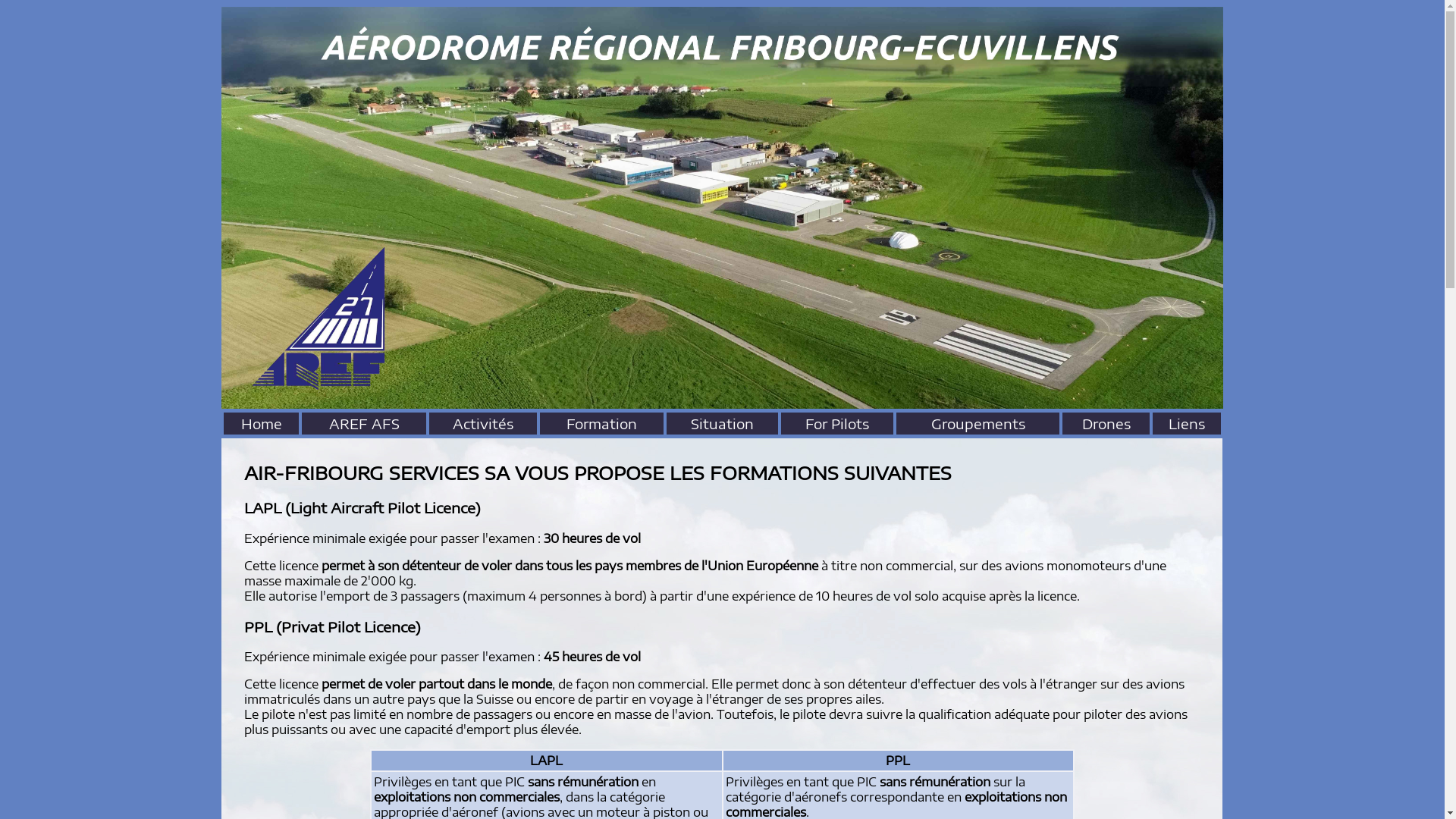  What do you see at coordinates (978, 425) in the screenshot?
I see `'Groupements'` at bounding box center [978, 425].